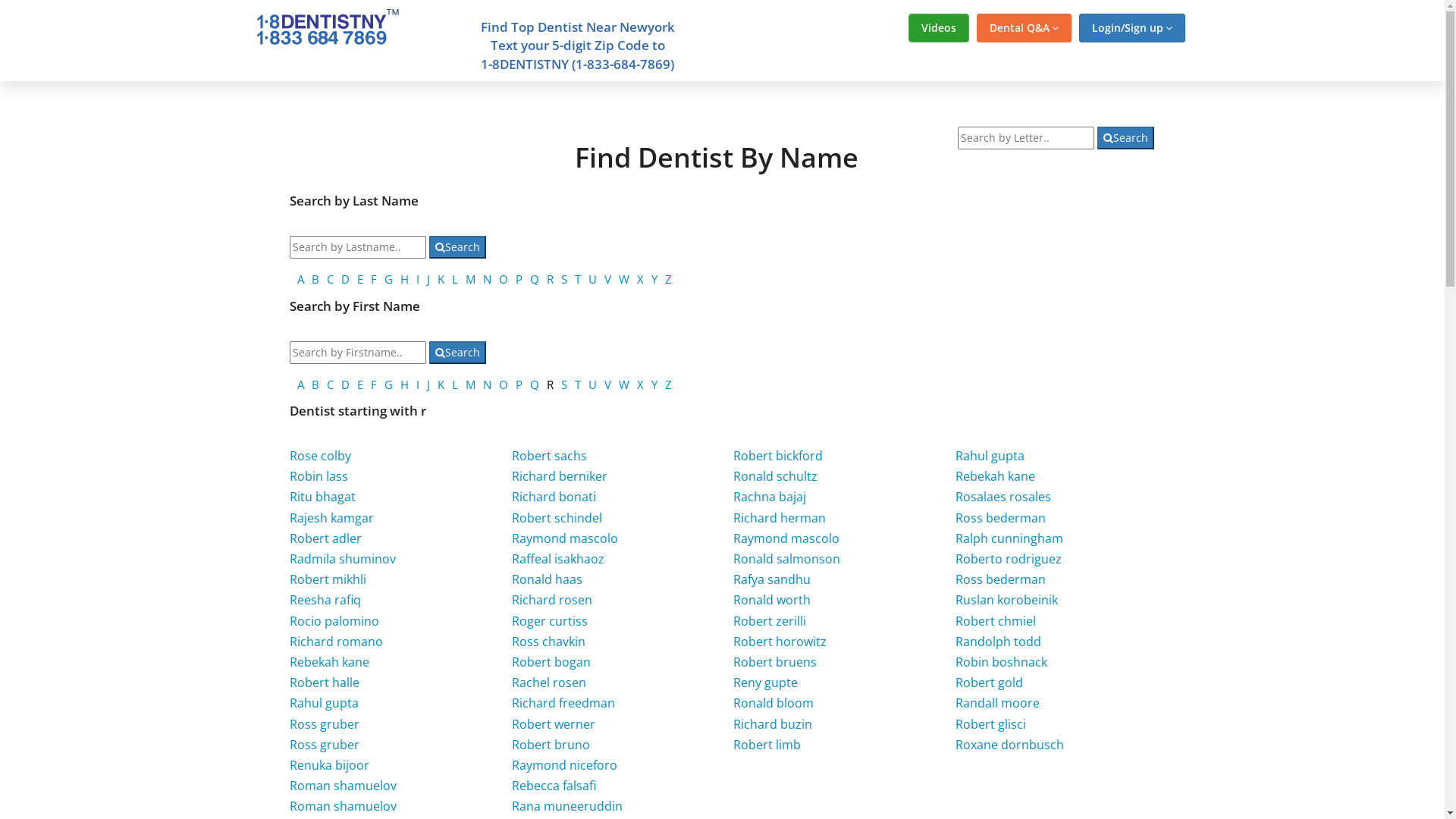 This screenshot has height=819, width=1456. Describe the element at coordinates (996, 620) in the screenshot. I see `'Robert chmiel'` at that location.